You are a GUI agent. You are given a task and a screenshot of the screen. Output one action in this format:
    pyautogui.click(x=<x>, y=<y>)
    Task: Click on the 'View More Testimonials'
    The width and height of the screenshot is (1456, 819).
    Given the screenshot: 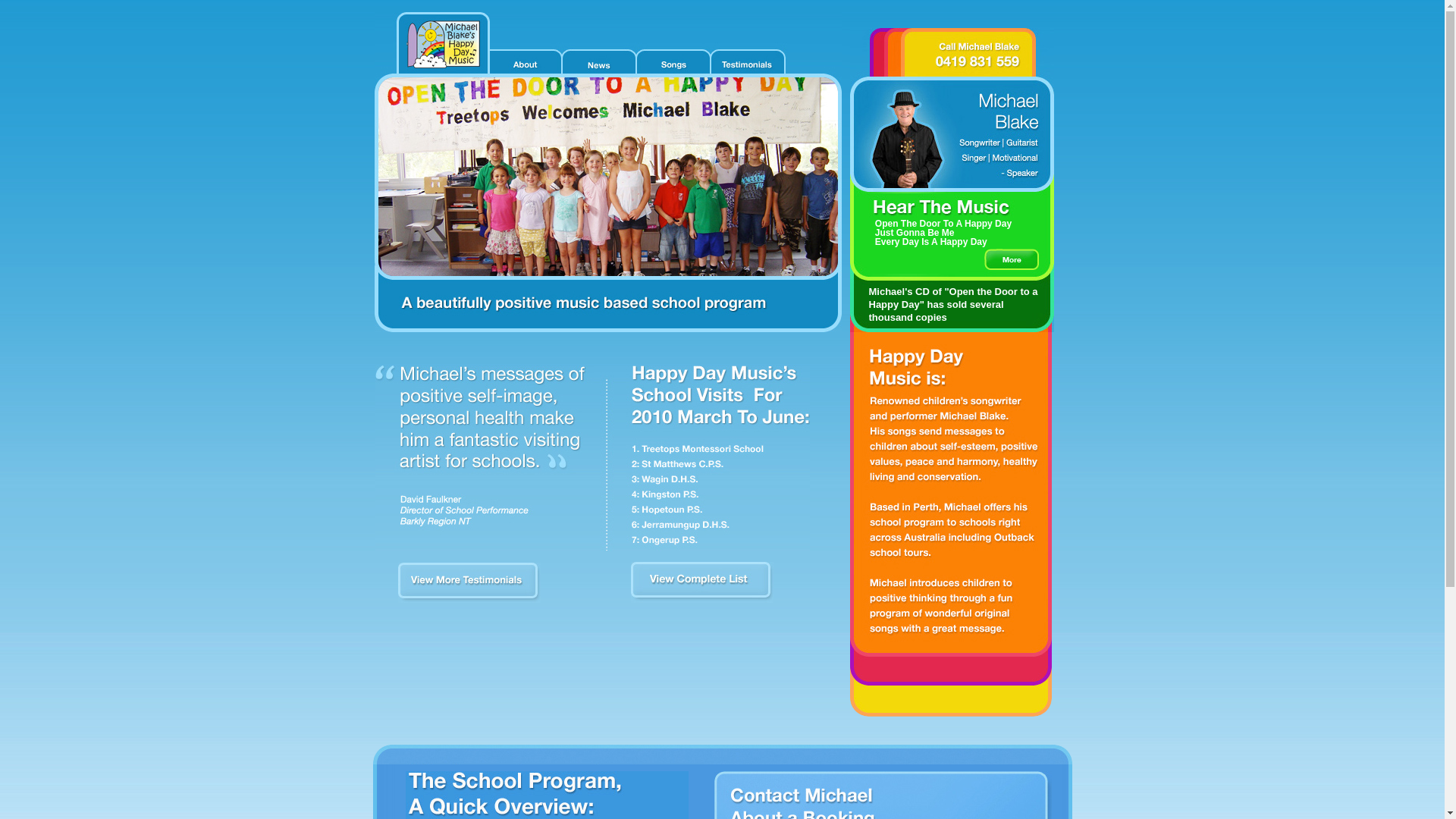 What is the action you would take?
    pyautogui.click(x=468, y=598)
    